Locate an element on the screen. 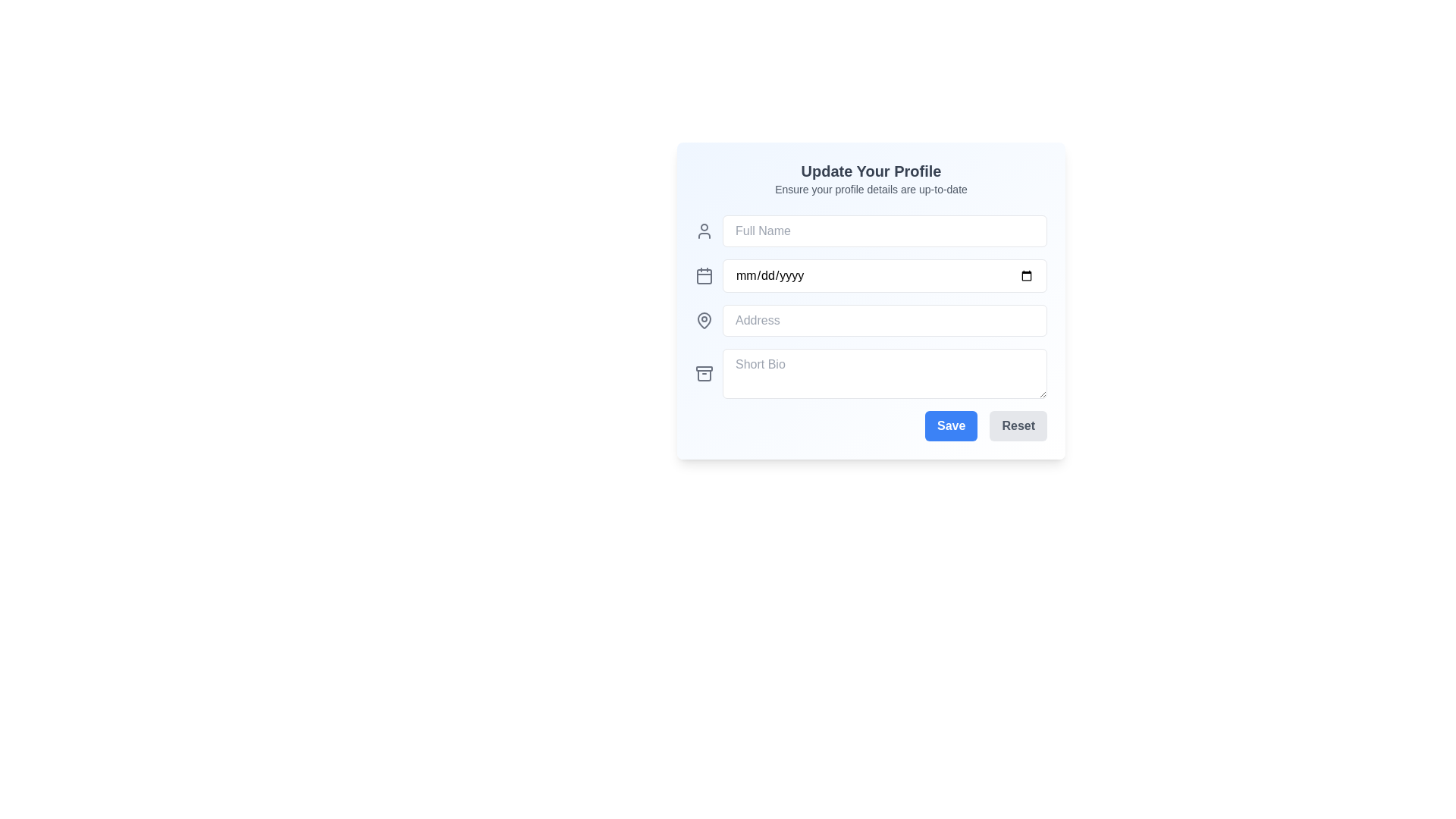 The height and width of the screenshot is (819, 1456). the informational header that says 'Update Your Profile' which is bold and larger, located at the top of a card-like section is located at coordinates (871, 177).